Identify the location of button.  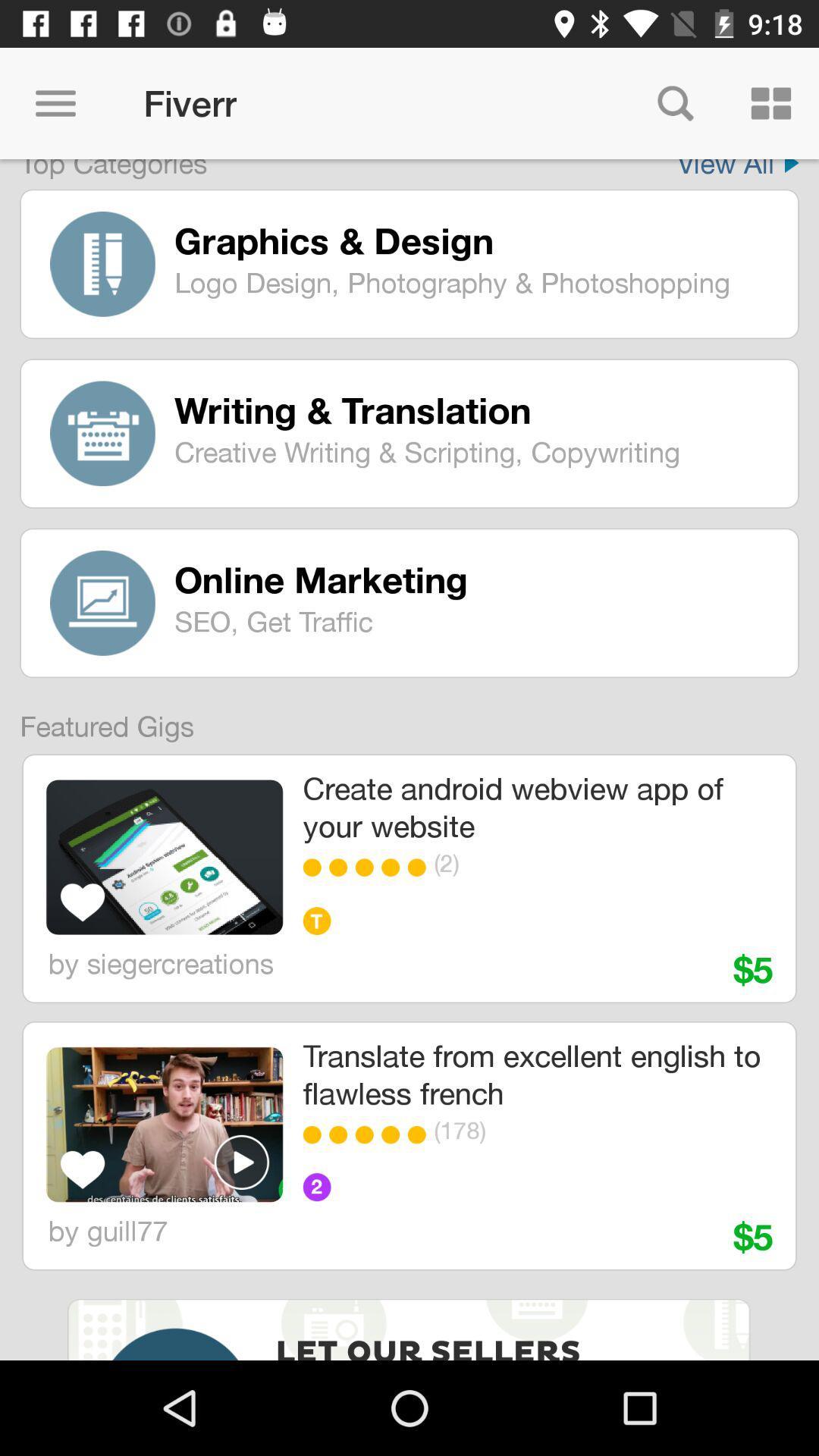
(241, 1161).